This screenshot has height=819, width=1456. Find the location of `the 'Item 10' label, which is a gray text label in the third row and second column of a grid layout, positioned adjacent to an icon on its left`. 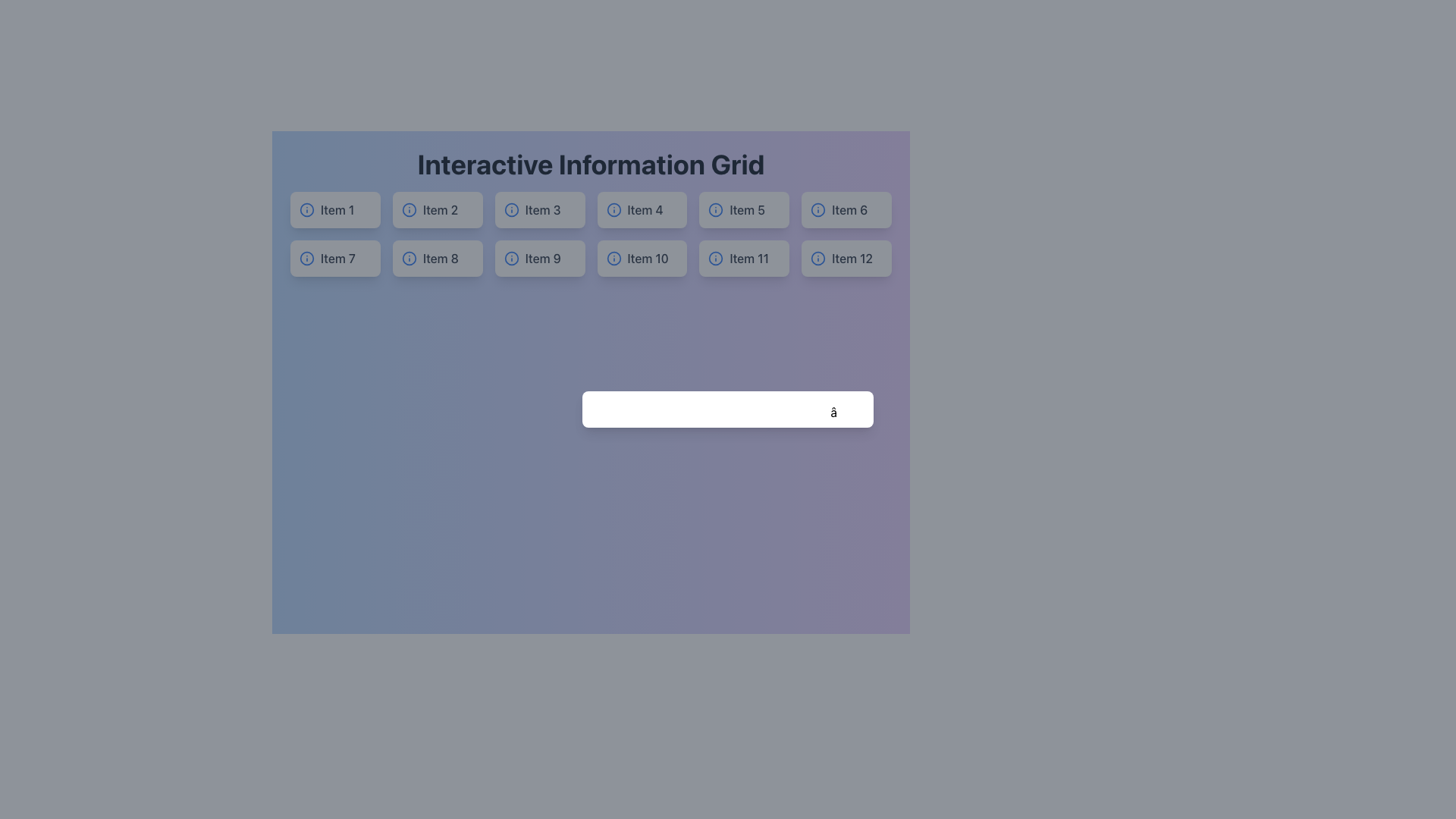

the 'Item 10' label, which is a gray text label in the third row and second column of a grid layout, positioned adjacent to an icon on its left is located at coordinates (648, 257).